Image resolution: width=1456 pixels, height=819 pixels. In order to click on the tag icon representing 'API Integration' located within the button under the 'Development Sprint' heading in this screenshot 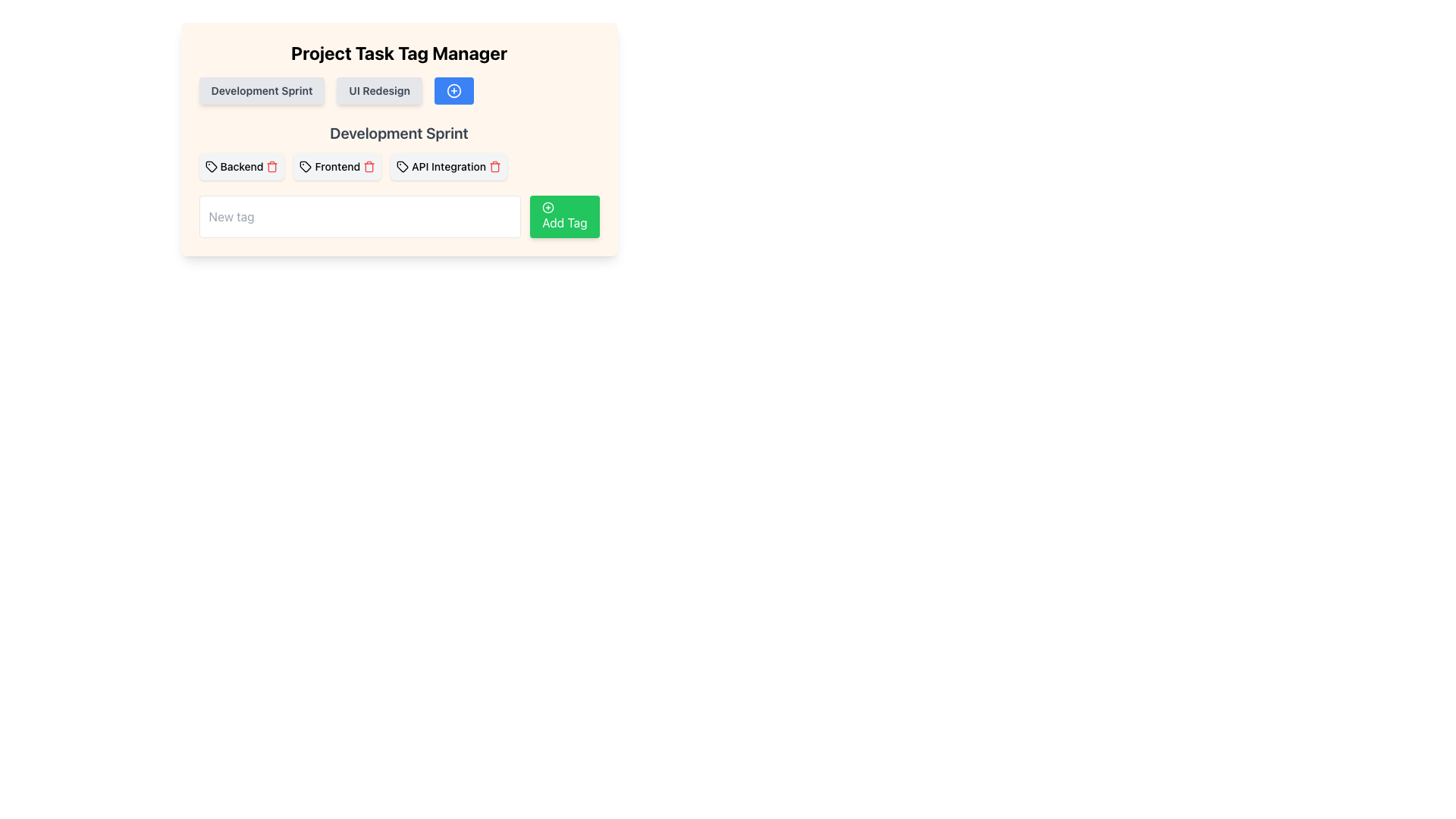, I will do `click(403, 166)`.